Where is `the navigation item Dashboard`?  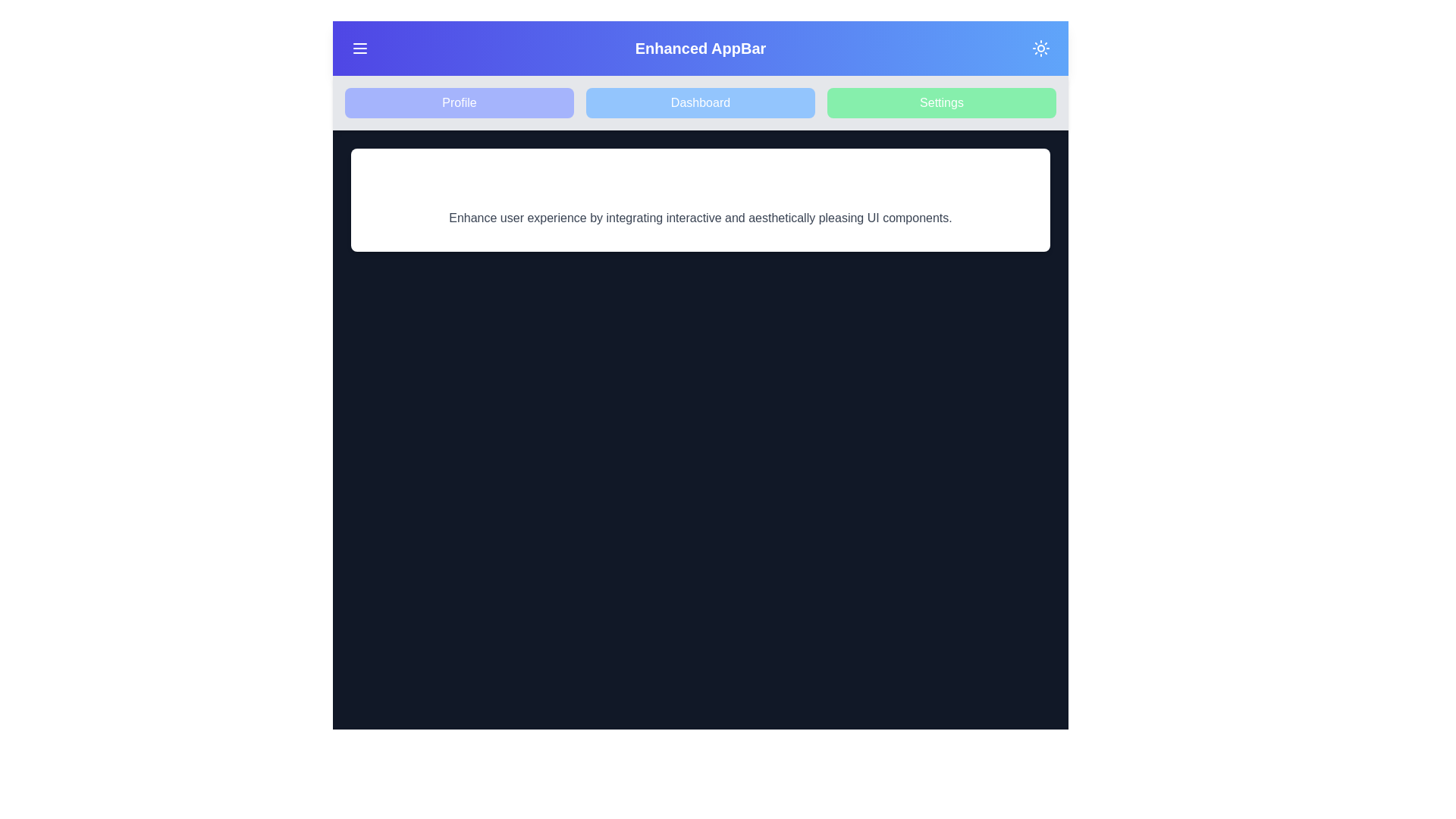
the navigation item Dashboard is located at coordinates (700, 102).